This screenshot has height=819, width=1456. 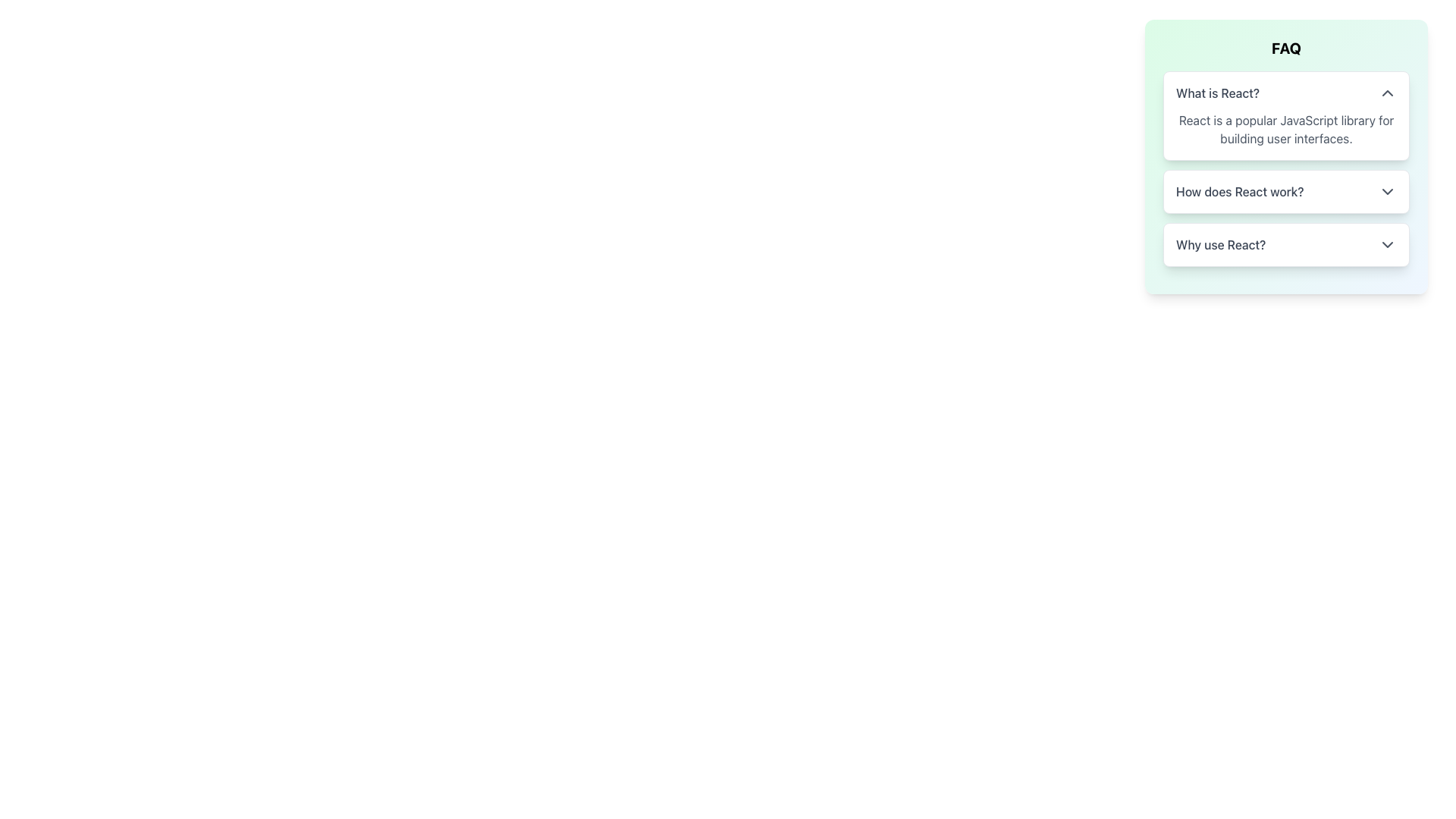 What do you see at coordinates (1387, 93) in the screenshot?
I see `the expansion/collapse icon located on the right-hand side of the FAQ section for the question 'What is React?'` at bounding box center [1387, 93].